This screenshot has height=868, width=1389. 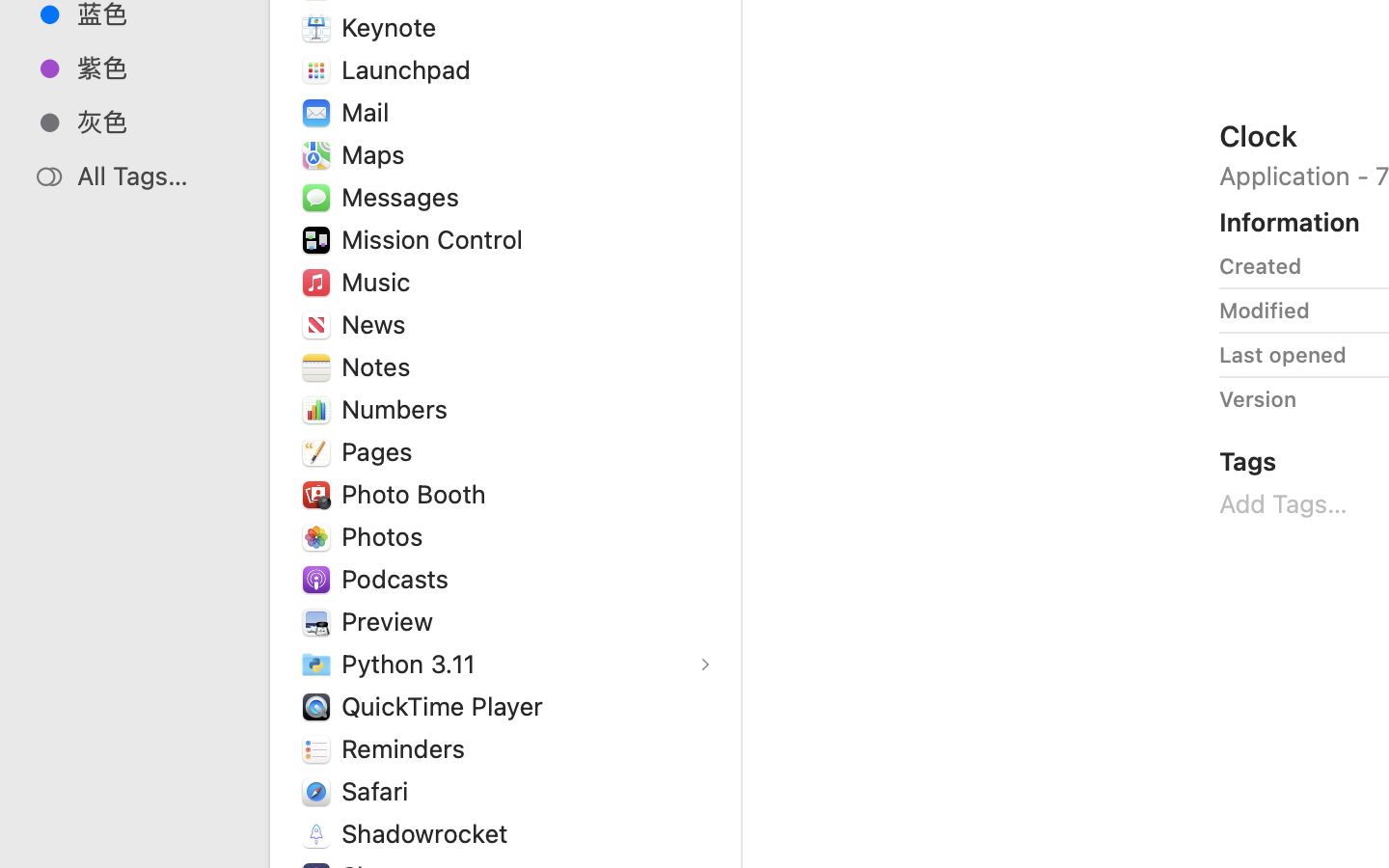 I want to click on 'Photos', so click(x=386, y=535).